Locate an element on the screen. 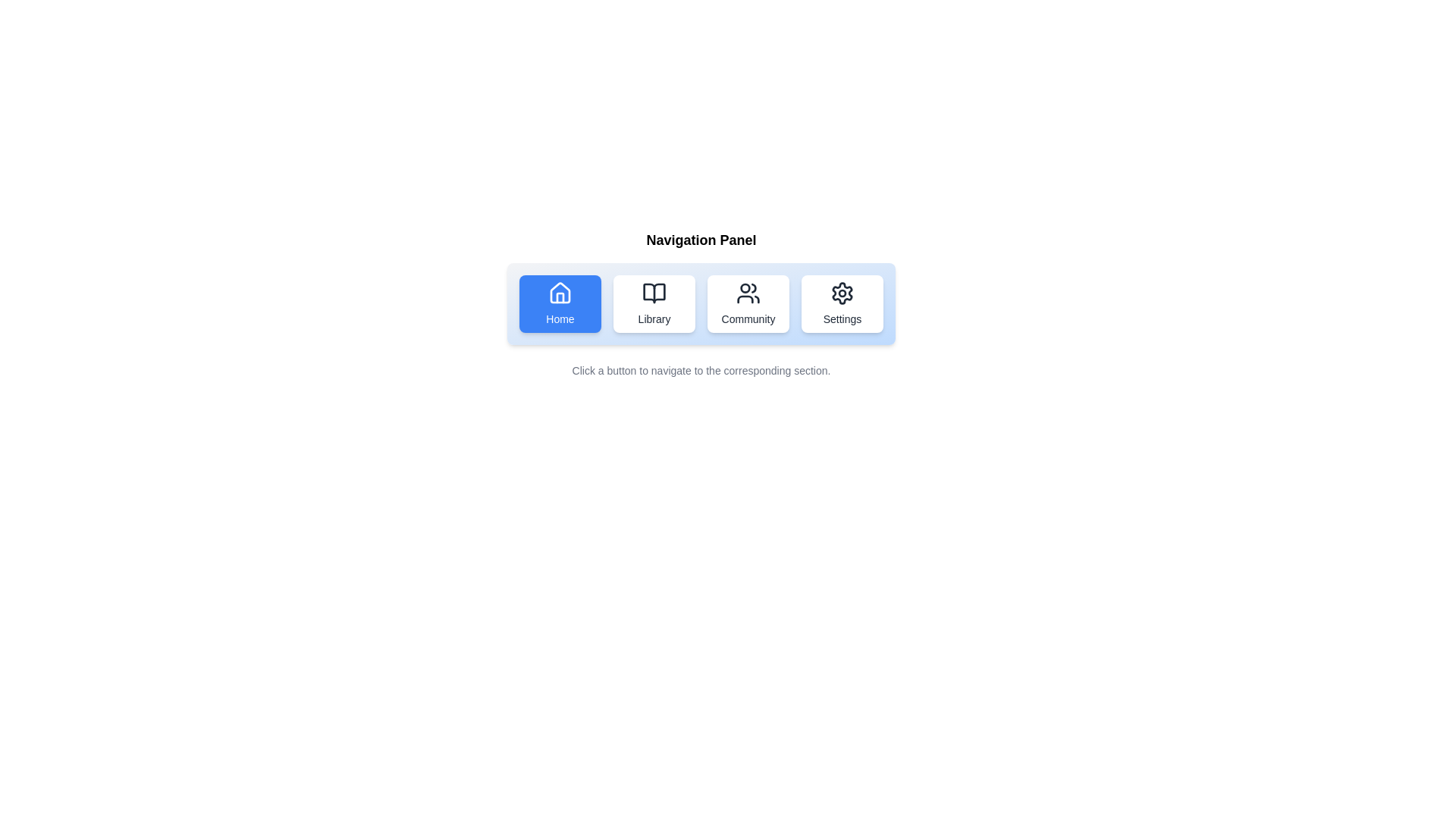 The width and height of the screenshot is (1456, 819). the icon resembling an open book, which is part of the second button labeled 'Library' in the navigation panel is located at coordinates (654, 293).